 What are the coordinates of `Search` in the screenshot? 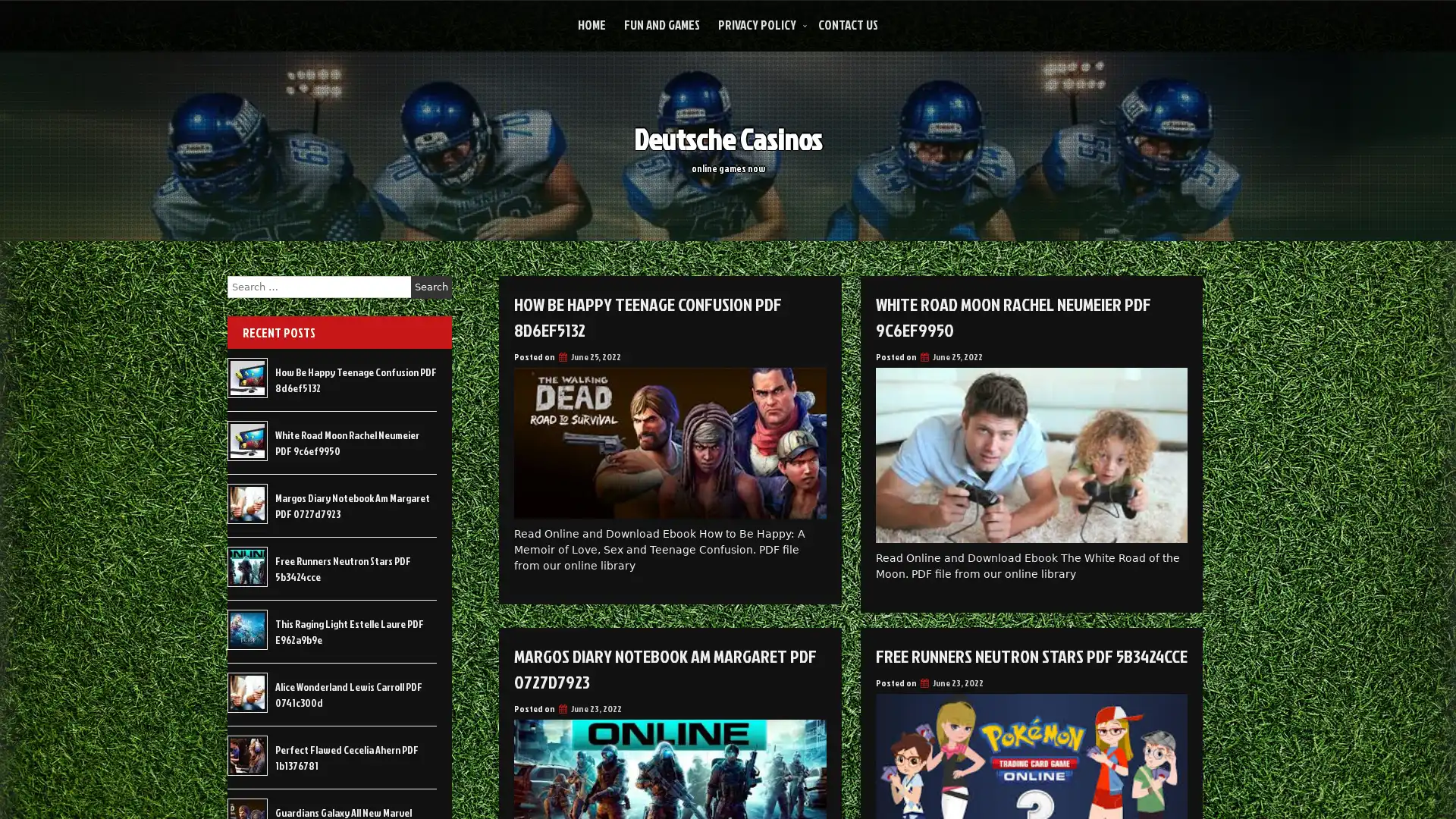 It's located at (431, 287).